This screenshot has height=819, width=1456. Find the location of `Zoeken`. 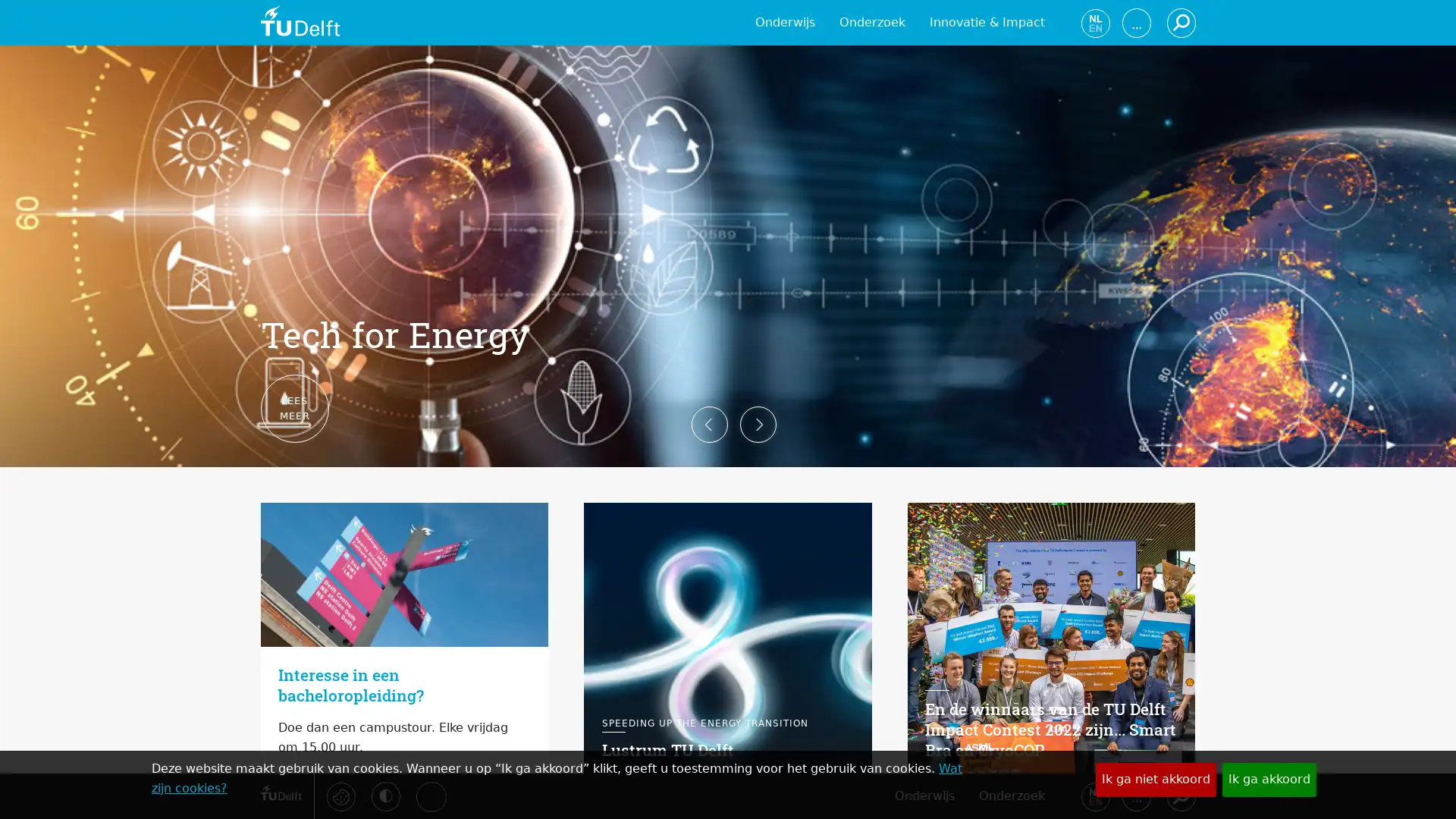

Zoeken is located at coordinates (1179, 795).